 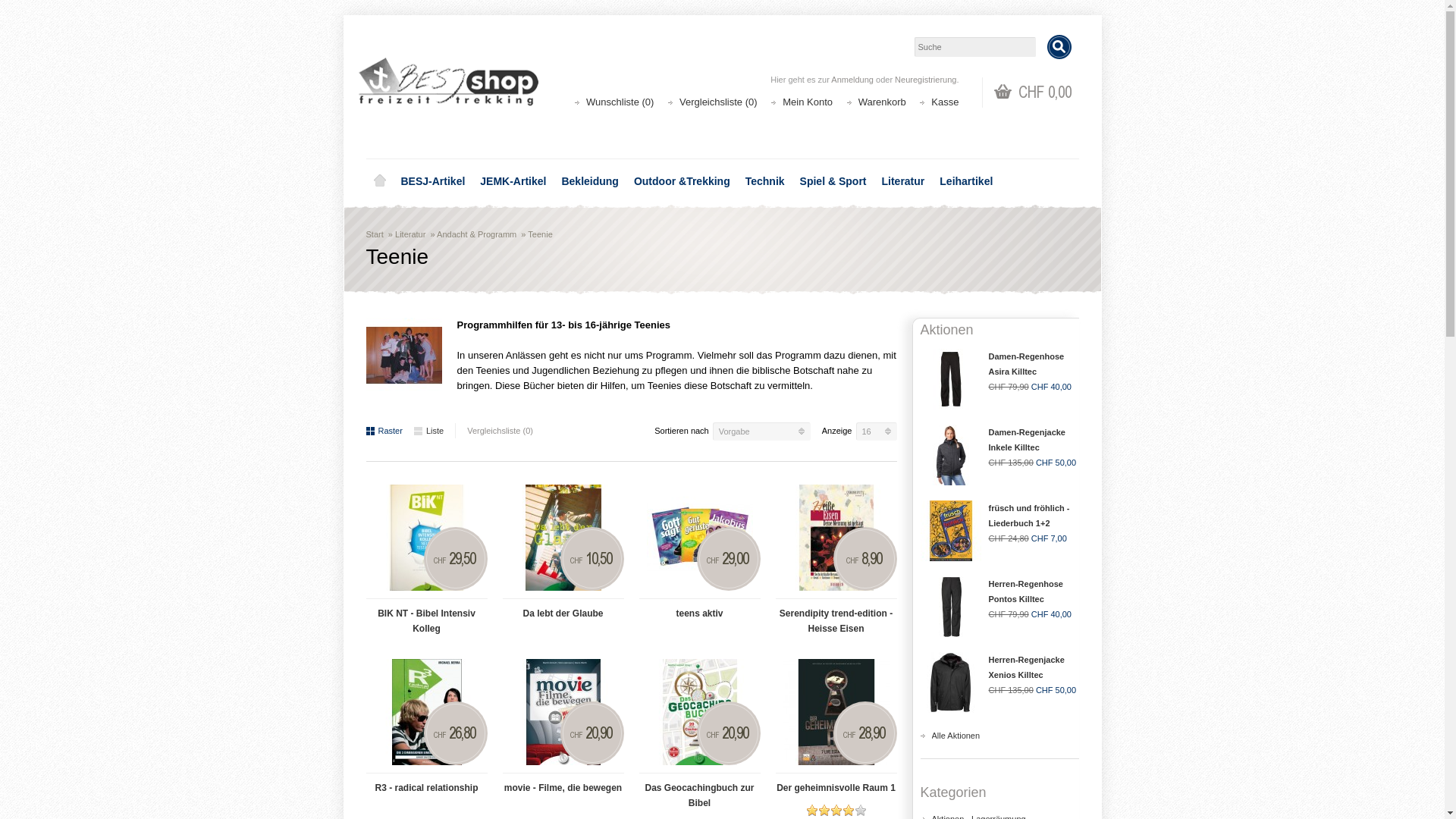 I want to click on 'R3 - radical relationship', so click(x=425, y=783).